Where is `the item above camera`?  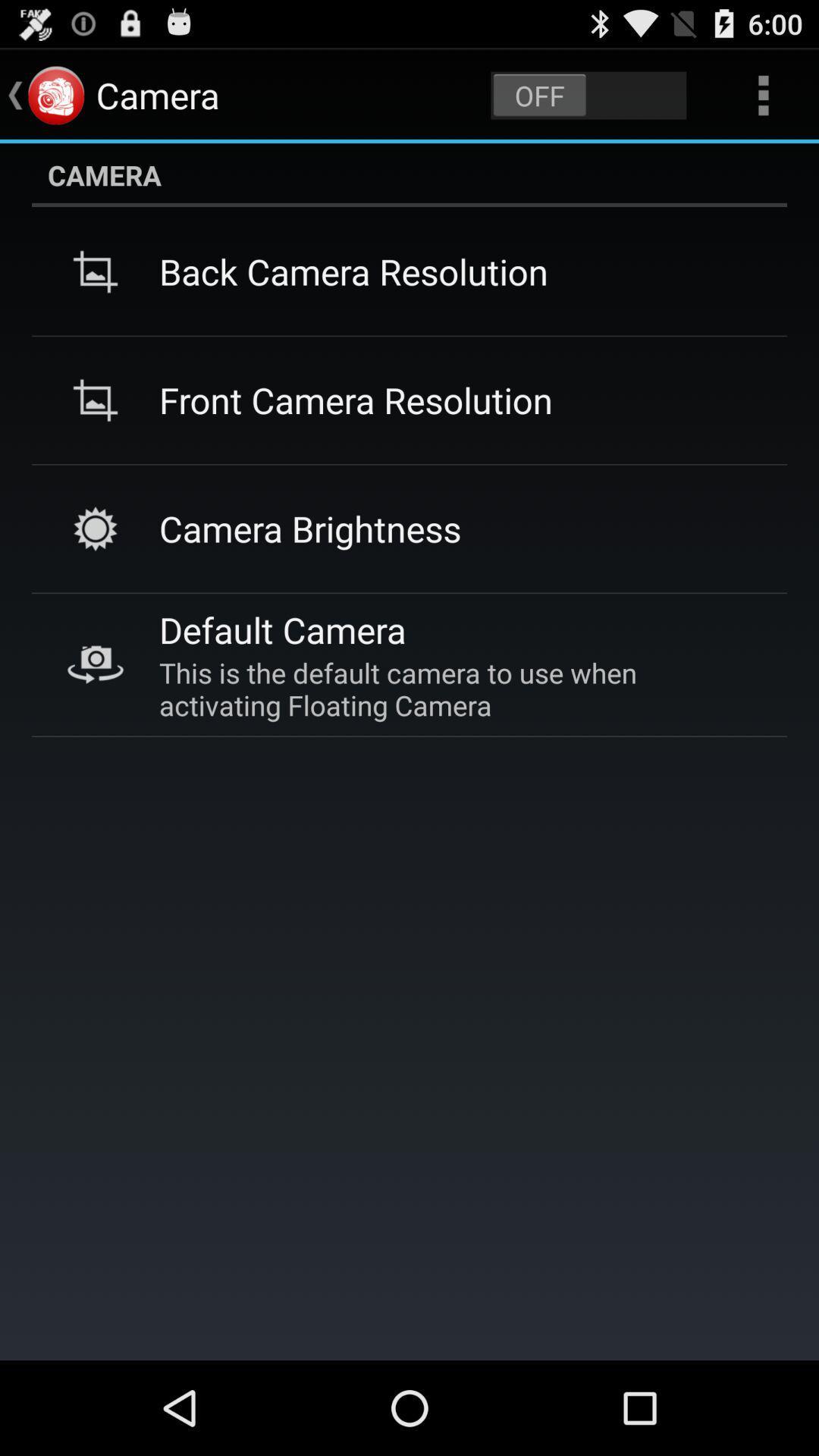 the item above camera is located at coordinates (763, 94).